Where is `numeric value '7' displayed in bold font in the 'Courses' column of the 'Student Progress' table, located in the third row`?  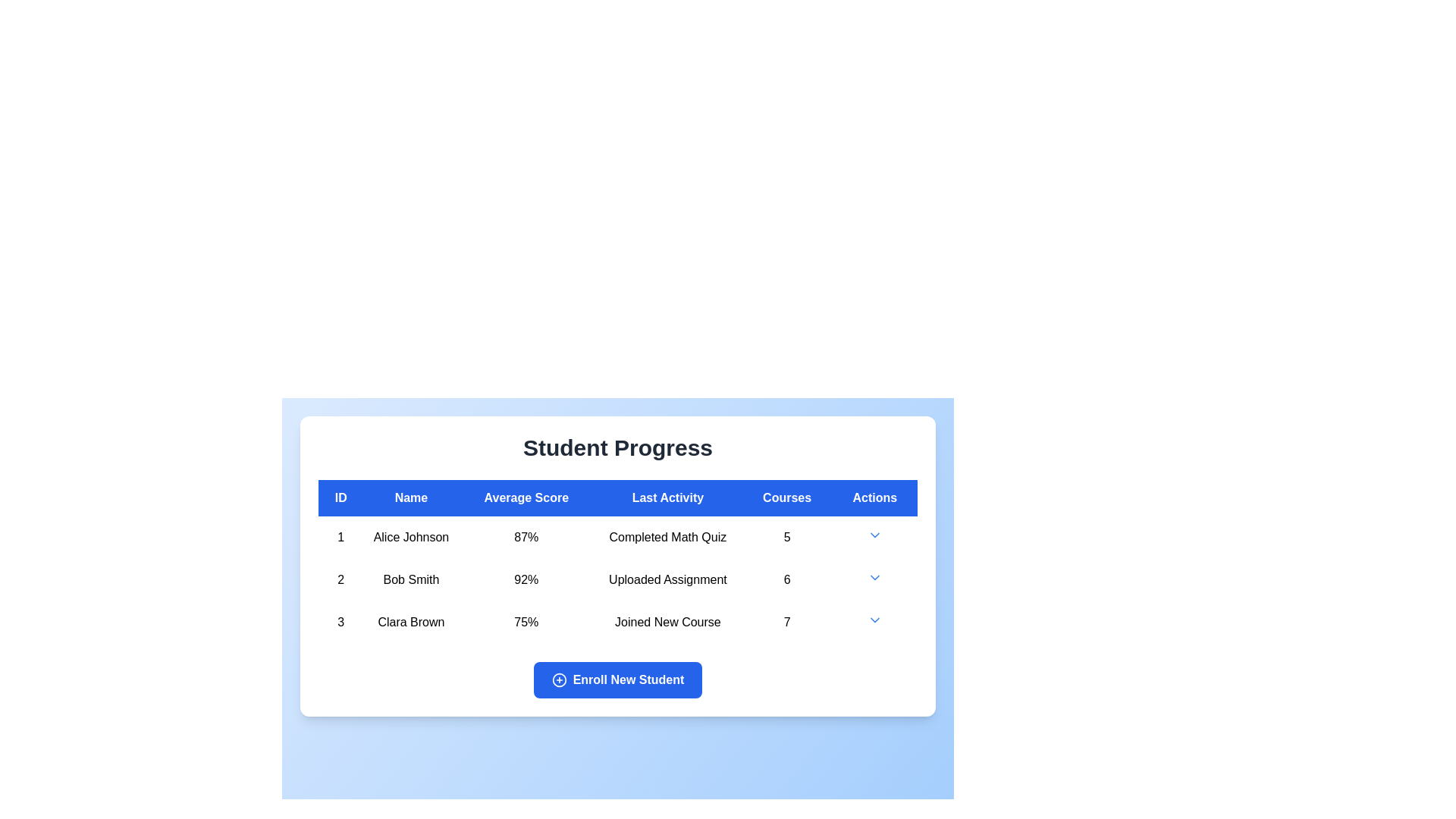 numeric value '7' displayed in bold font in the 'Courses' column of the 'Student Progress' table, located in the third row is located at coordinates (787, 623).